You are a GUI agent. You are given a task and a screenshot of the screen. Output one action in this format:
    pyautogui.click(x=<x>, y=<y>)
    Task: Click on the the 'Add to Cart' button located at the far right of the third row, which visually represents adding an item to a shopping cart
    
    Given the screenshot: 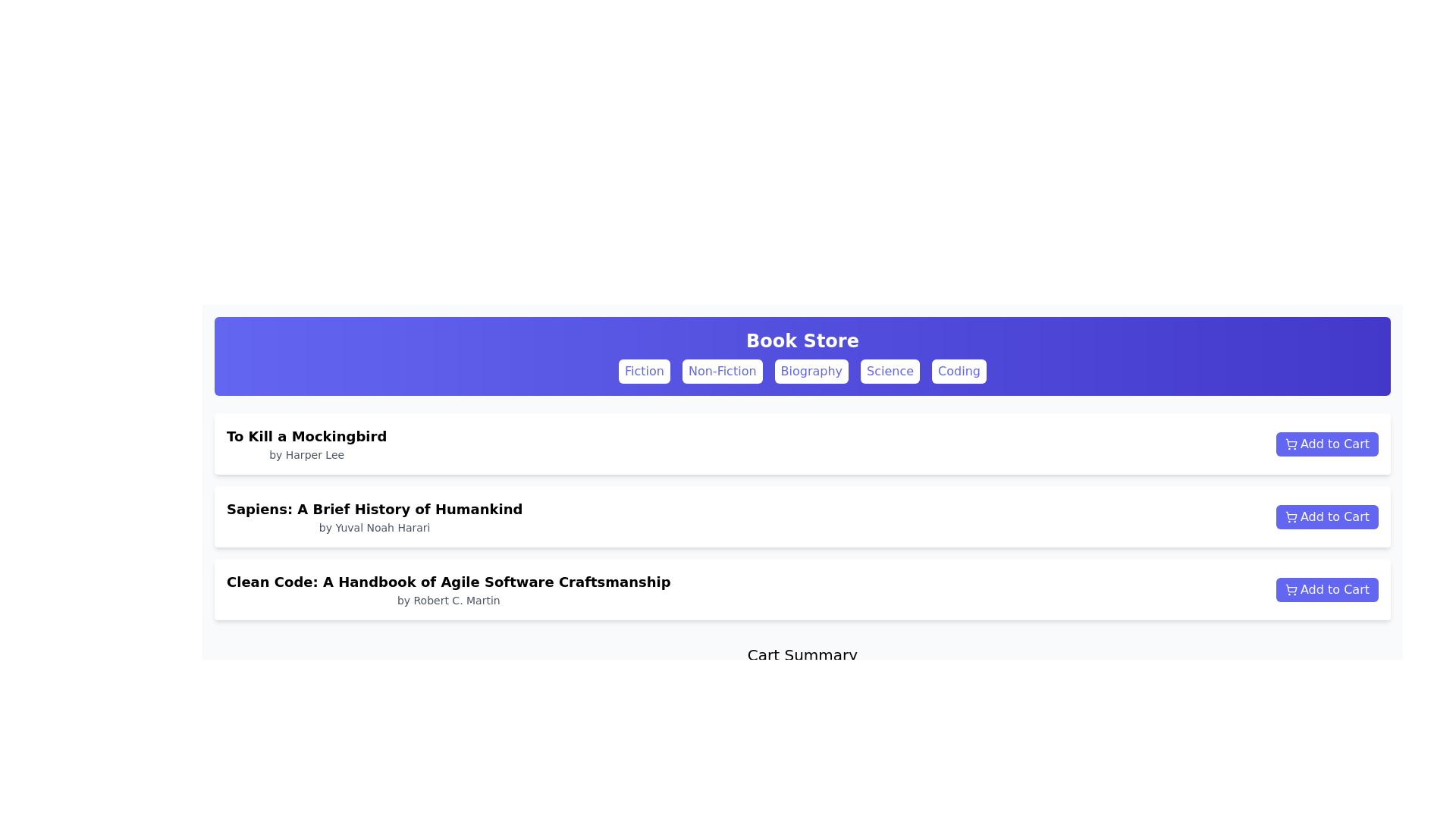 What is the action you would take?
    pyautogui.click(x=1291, y=589)
    